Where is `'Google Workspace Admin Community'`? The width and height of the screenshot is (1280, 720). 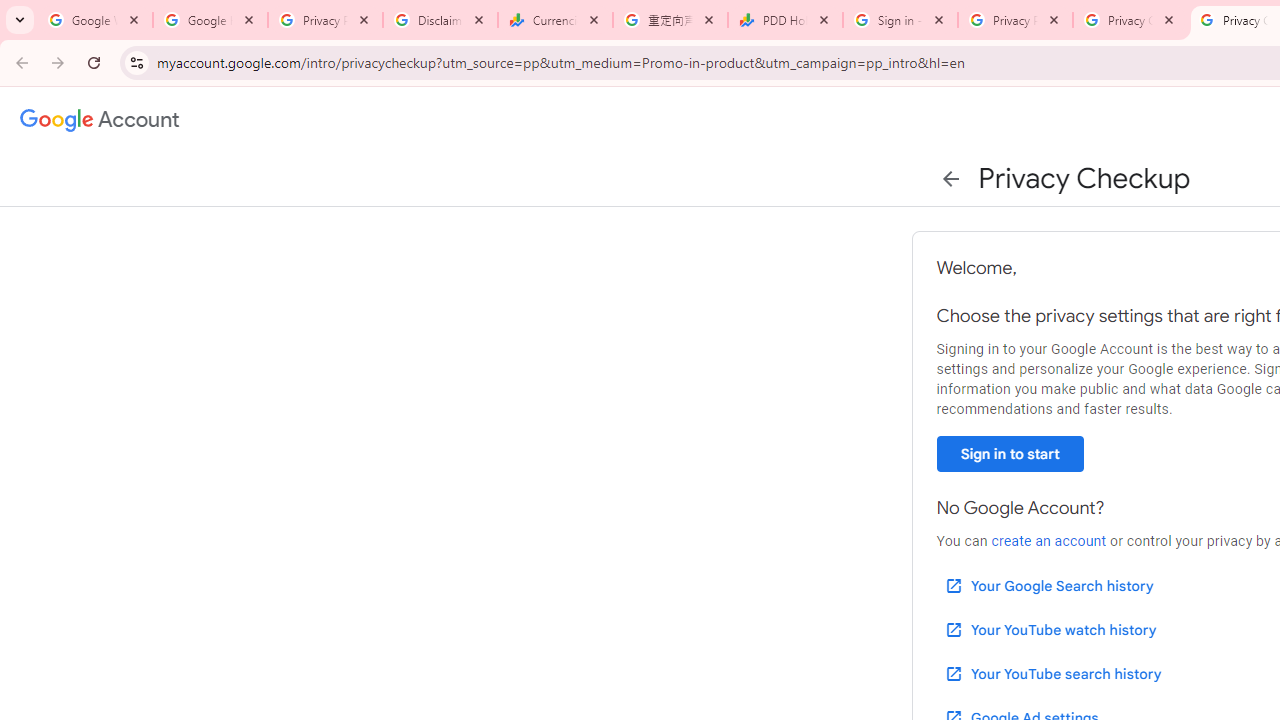
'Google Workspace Admin Community' is located at coordinates (94, 20).